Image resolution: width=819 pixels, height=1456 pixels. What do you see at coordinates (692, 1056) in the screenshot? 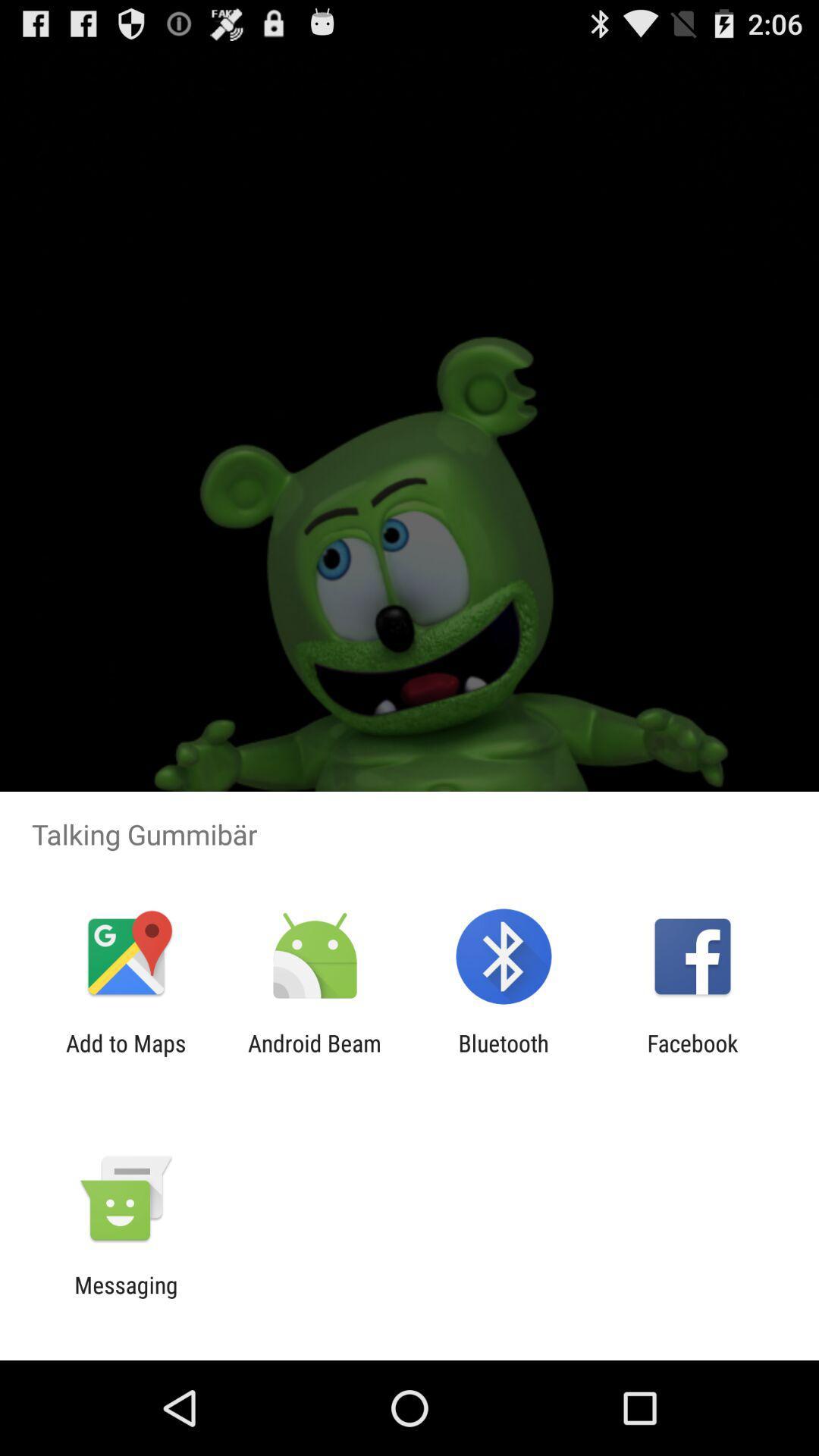
I see `the app to the right of the bluetooth icon` at bounding box center [692, 1056].